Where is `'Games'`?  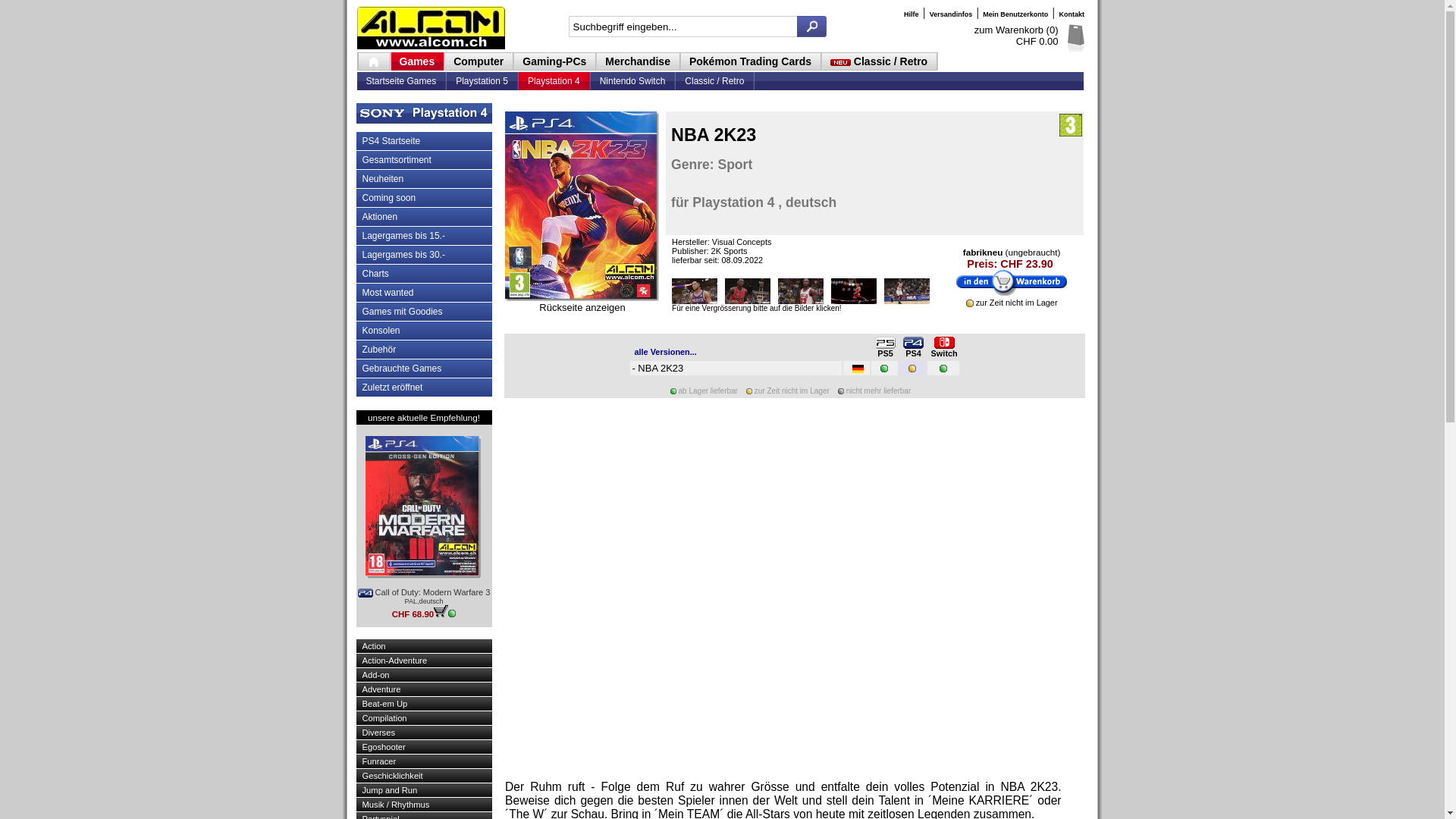
'Games' is located at coordinates (418, 61).